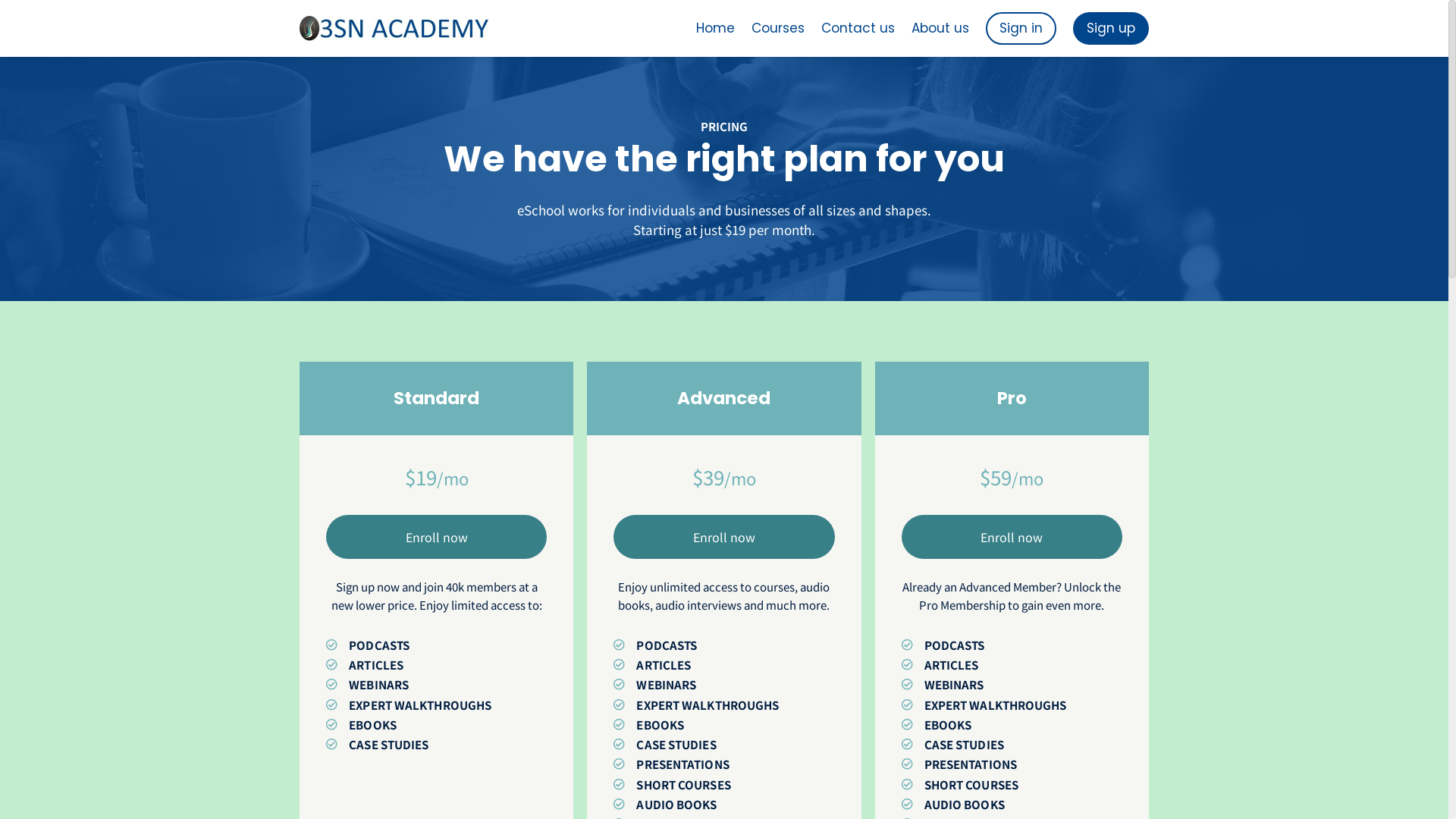  What do you see at coordinates (858, 28) in the screenshot?
I see `'Contact us'` at bounding box center [858, 28].